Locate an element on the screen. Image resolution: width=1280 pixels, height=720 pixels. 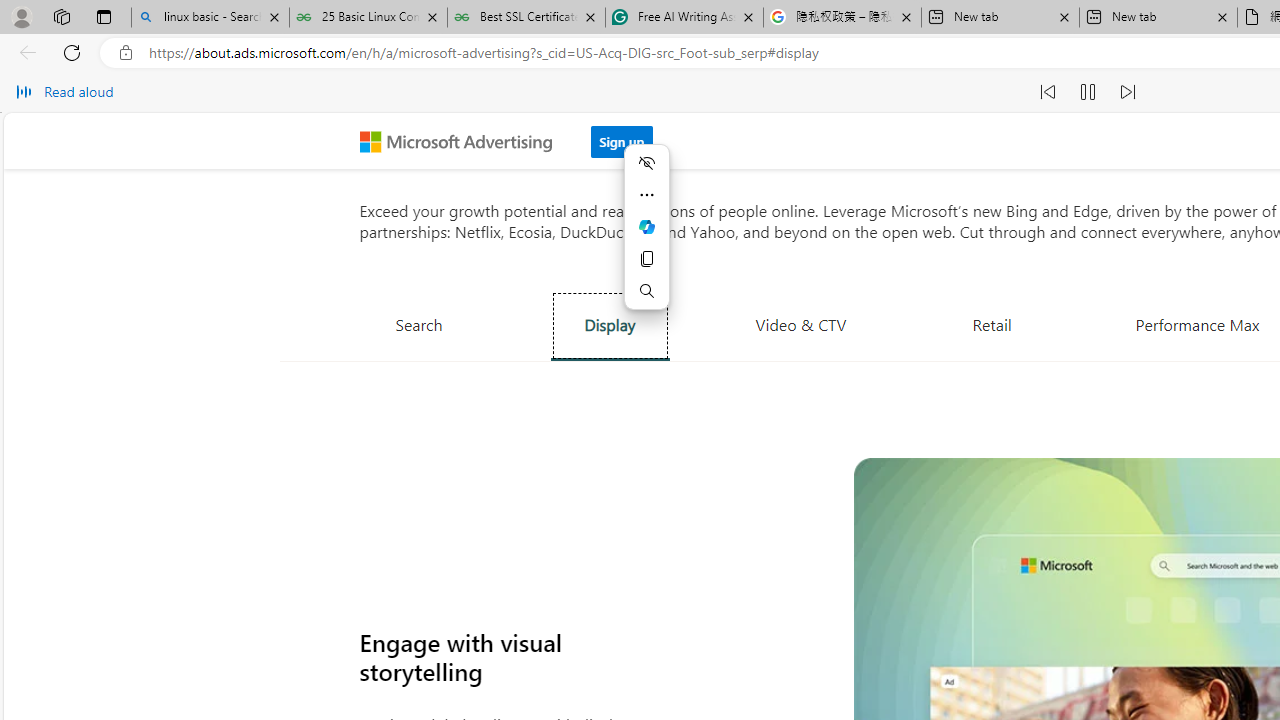
'Ask Copilot' is located at coordinates (647, 226).